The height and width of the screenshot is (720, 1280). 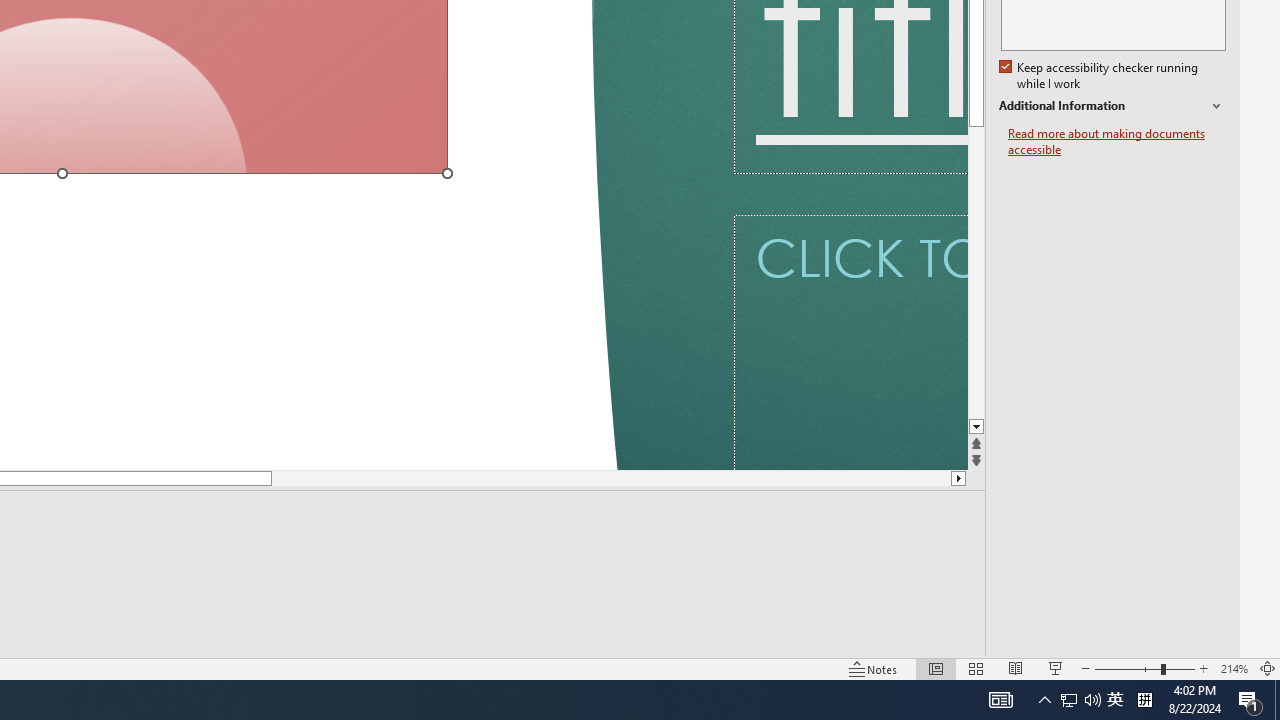 What do you see at coordinates (874, 669) in the screenshot?
I see `'Notes '` at bounding box center [874, 669].